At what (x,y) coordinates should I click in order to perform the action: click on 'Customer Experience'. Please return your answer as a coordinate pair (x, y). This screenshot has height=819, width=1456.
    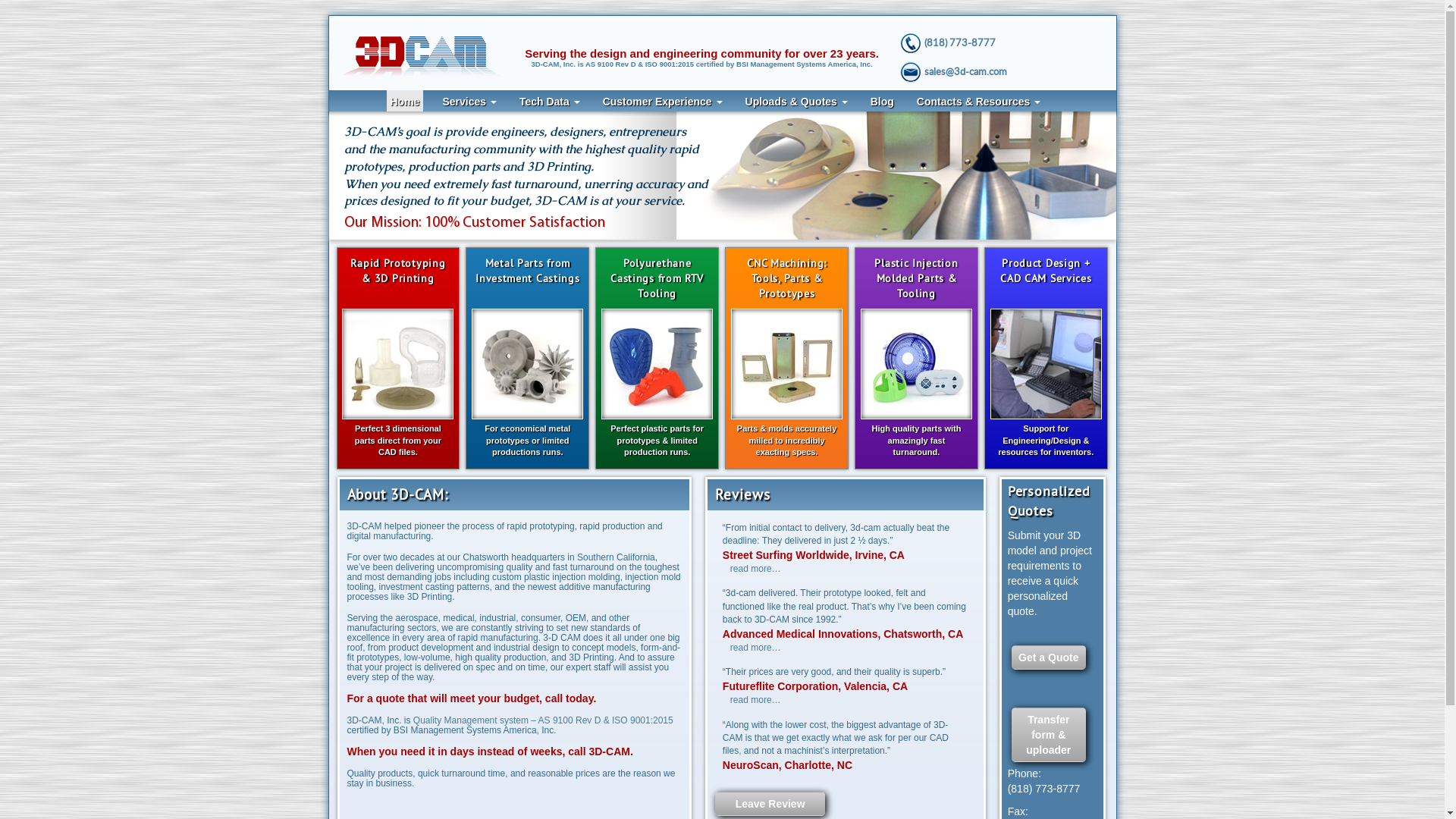
    Looking at the image, I should click on (662, 100).